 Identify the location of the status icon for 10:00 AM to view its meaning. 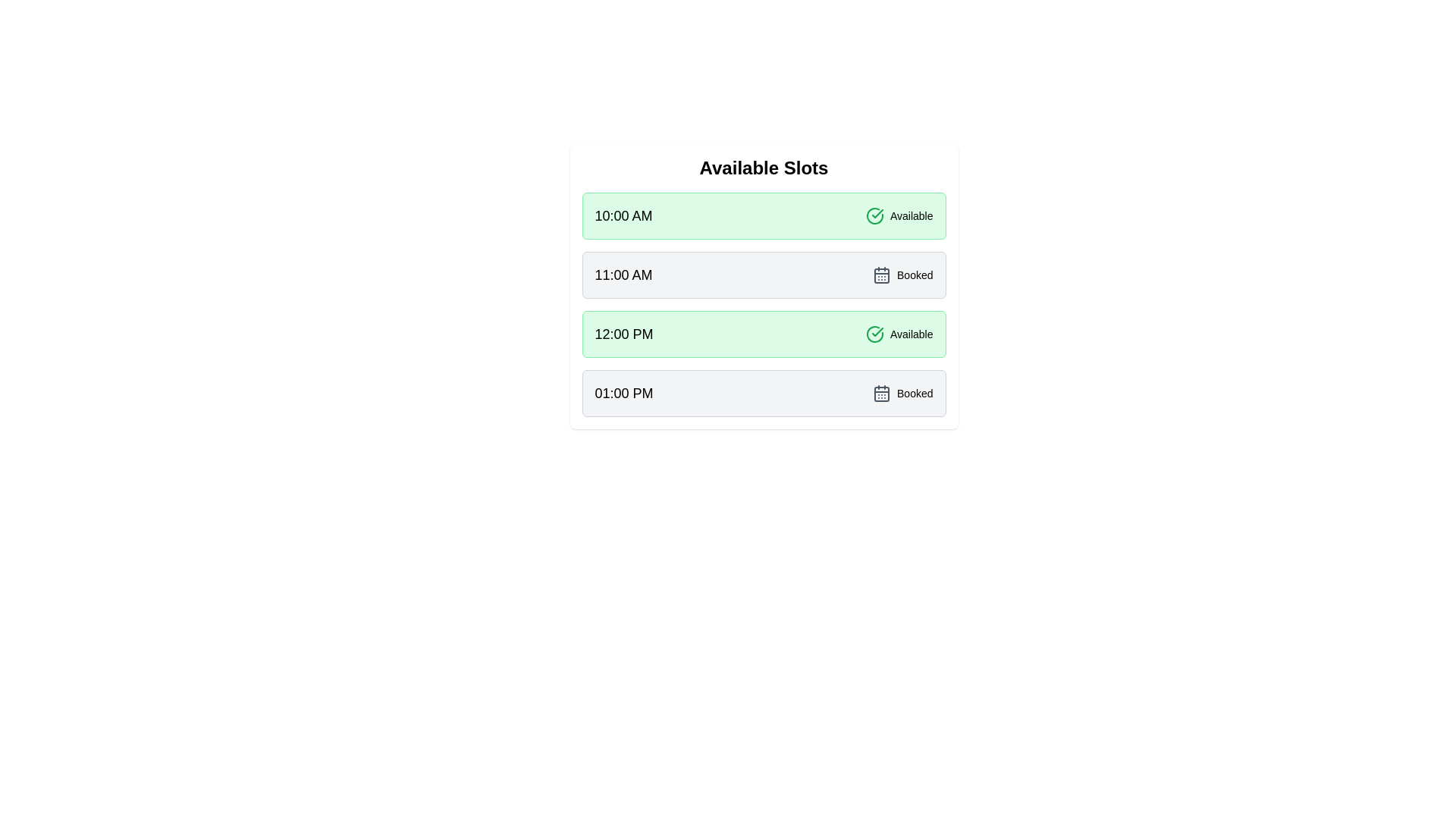
(874, 216).